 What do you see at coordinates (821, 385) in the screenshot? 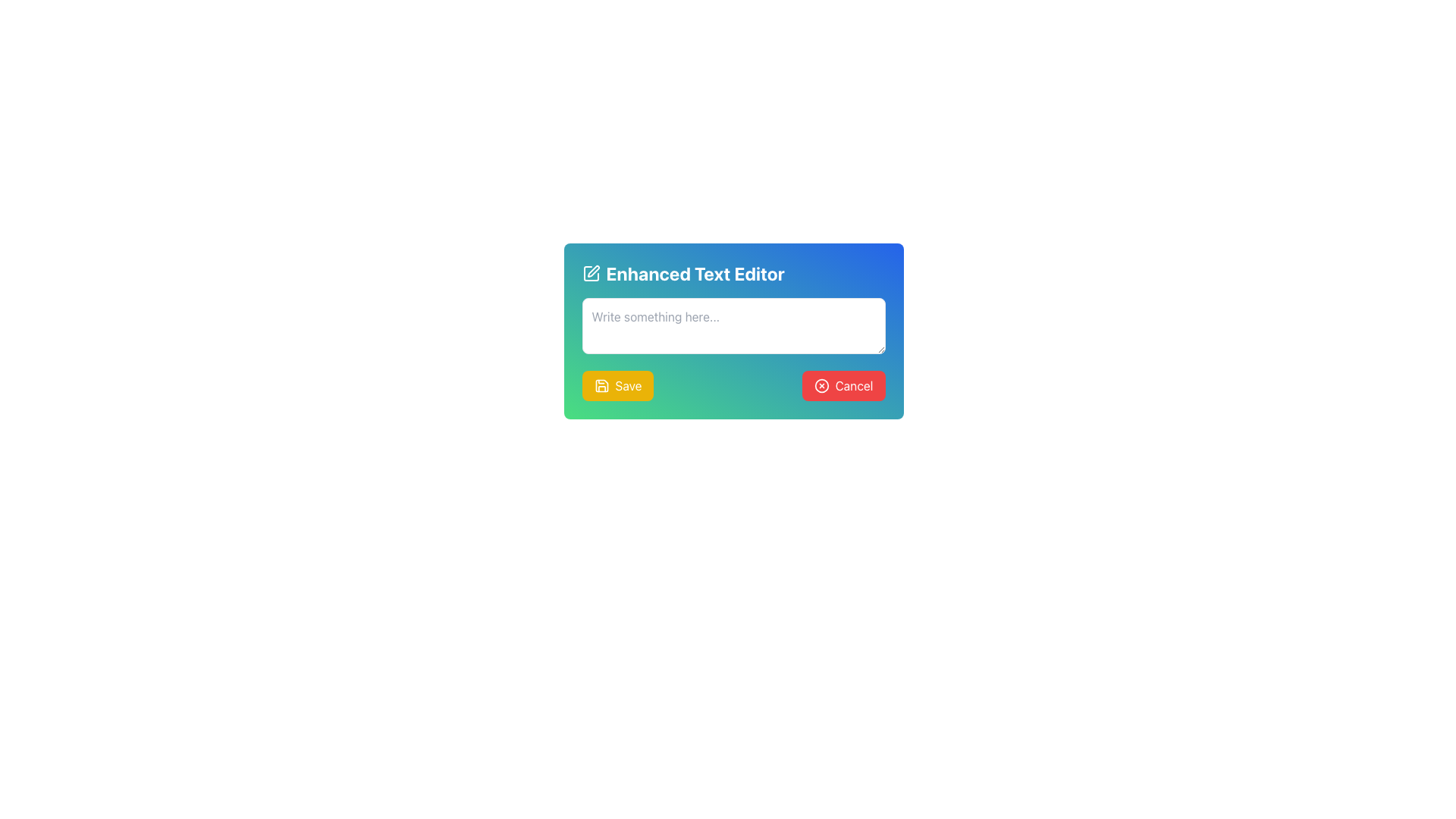
I see `the SVG Circle located in the top-right corner of the interface, part of an interactive card with buttons labeled 'Save' and 'Cancel'` at bounding box center [821, 385].